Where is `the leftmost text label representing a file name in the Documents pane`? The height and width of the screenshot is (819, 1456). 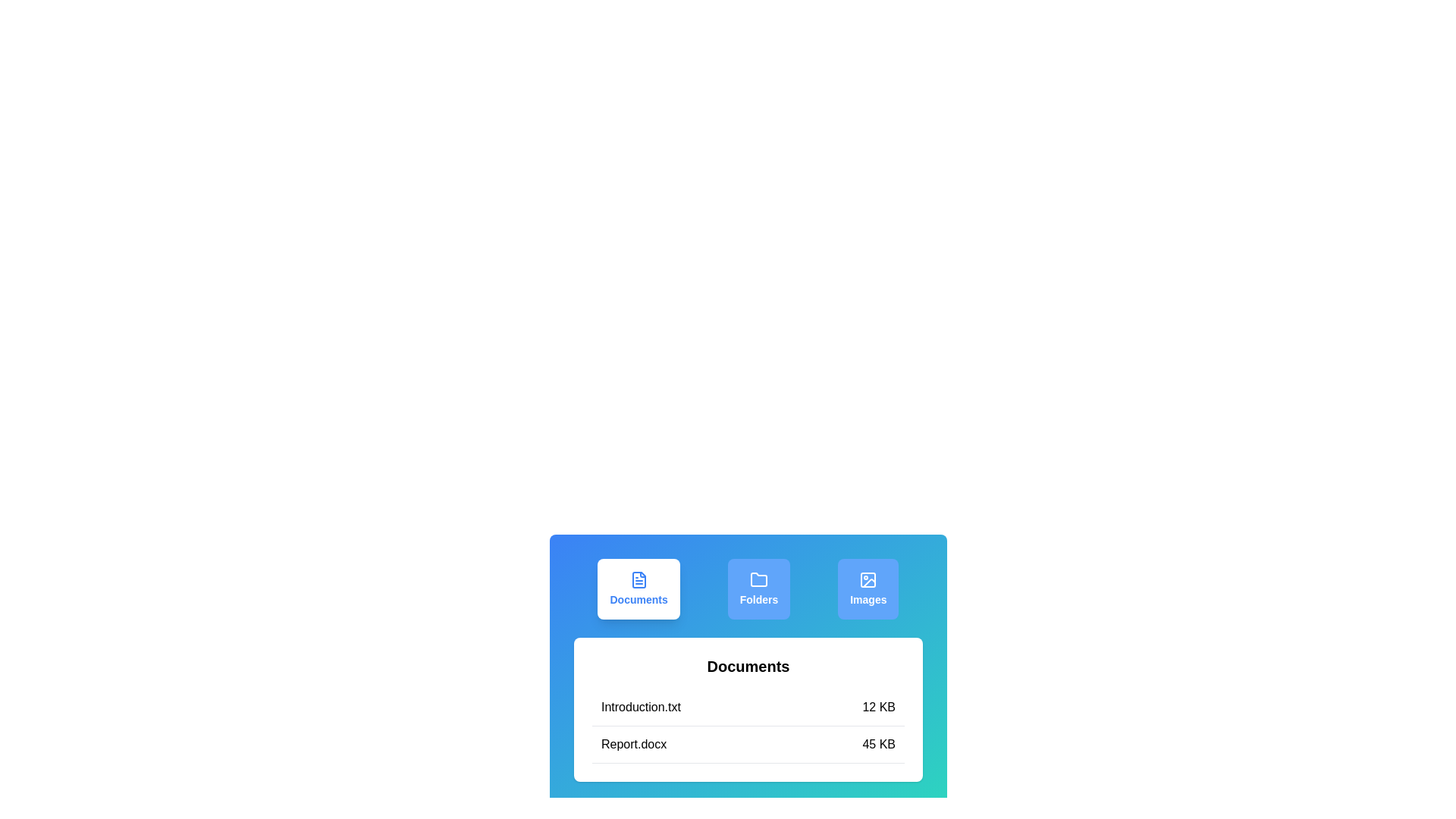
the leftmost text label representing a file name in the Documents pane is located at coordinates (634, 744).